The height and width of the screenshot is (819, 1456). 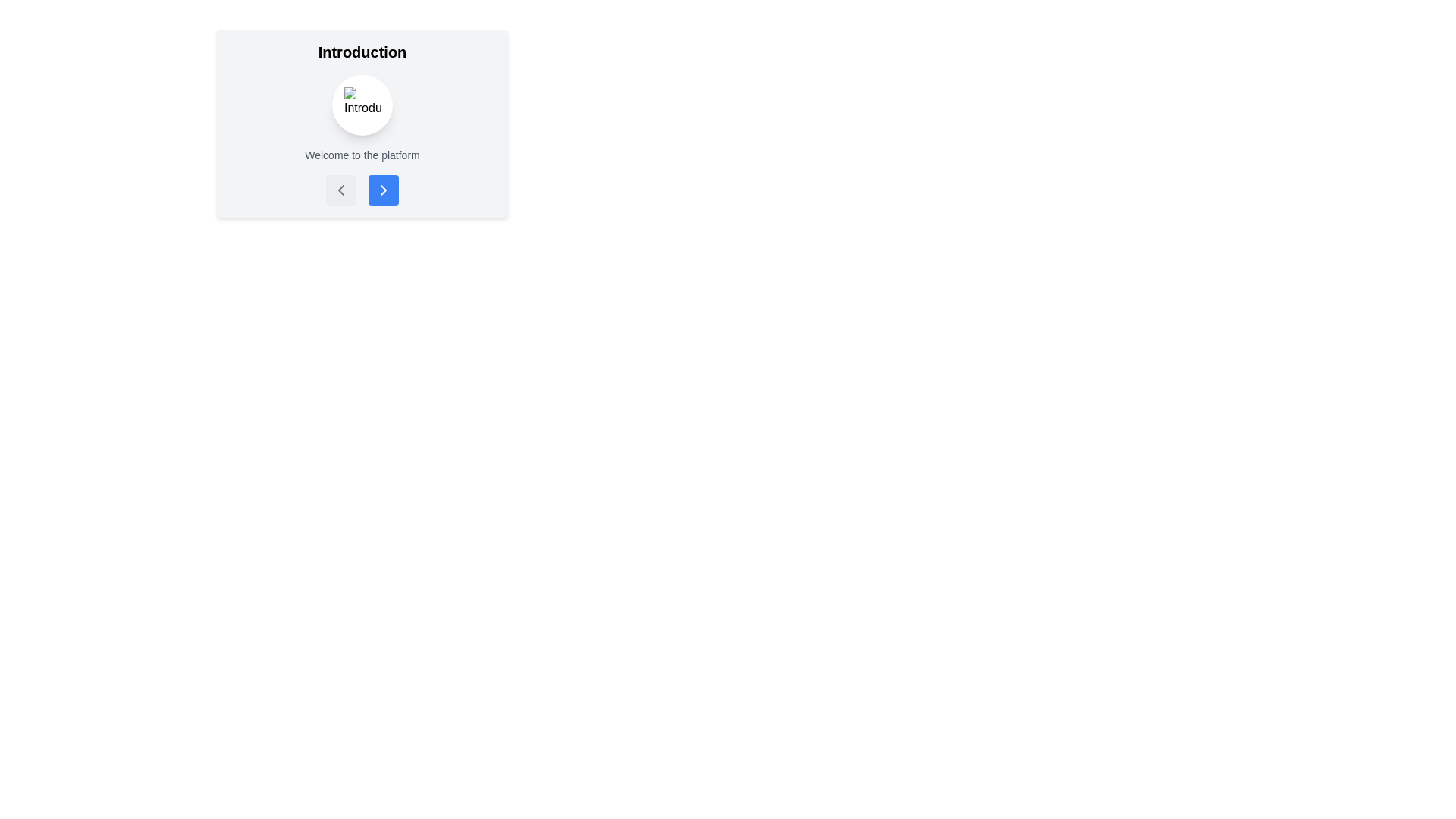 What do you see at coordinates (340, 189) in the screenshot?
I see `the navigation icon within the button located at the bottom center of the 'Introduction' interface card, which is to the left of the blue right-pointing chevron button` at bounding box center [340, 189].